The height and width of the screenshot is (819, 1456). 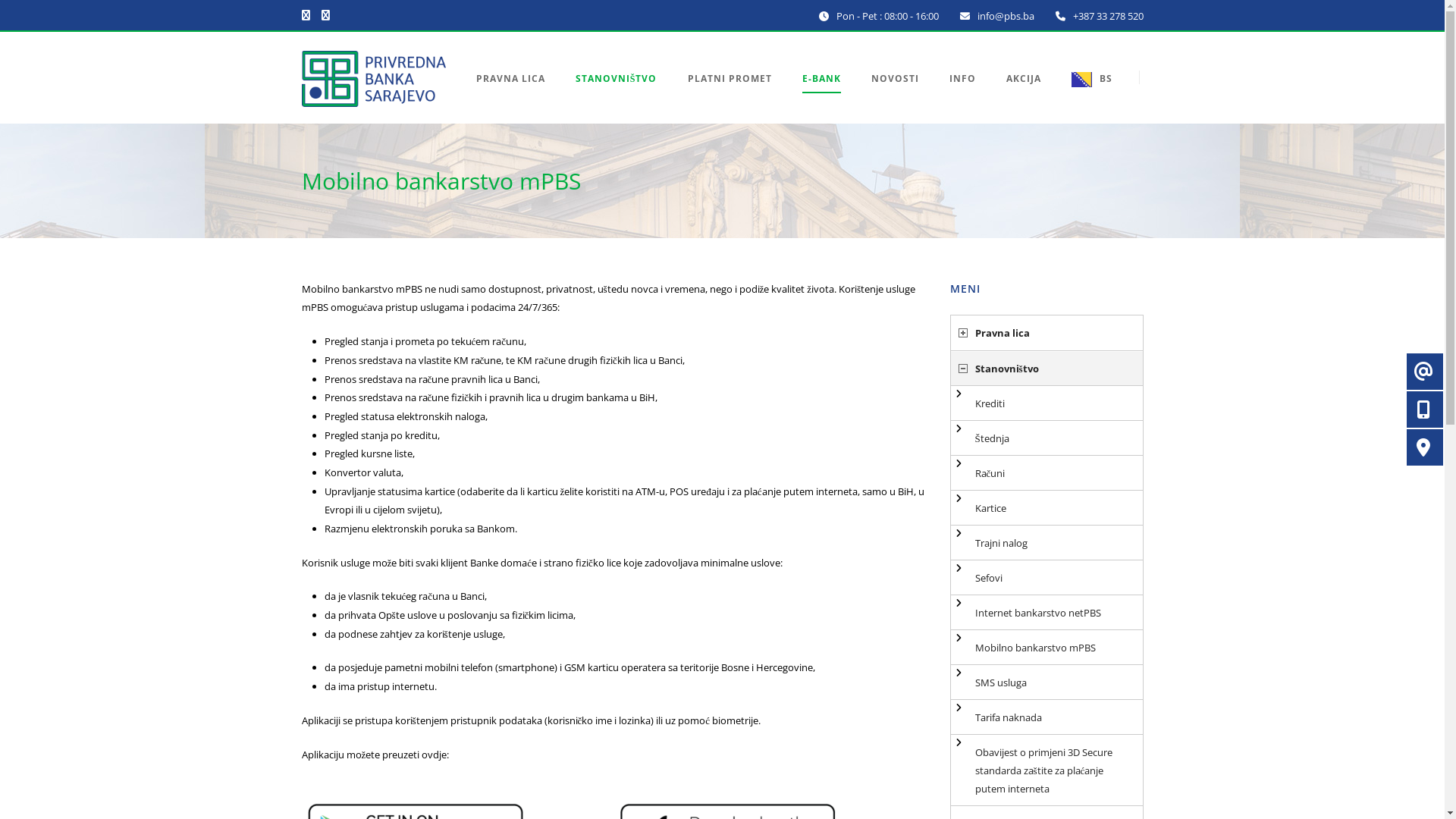 I want to click on 'Tarifa naknada', so click(x=1046, y=717).